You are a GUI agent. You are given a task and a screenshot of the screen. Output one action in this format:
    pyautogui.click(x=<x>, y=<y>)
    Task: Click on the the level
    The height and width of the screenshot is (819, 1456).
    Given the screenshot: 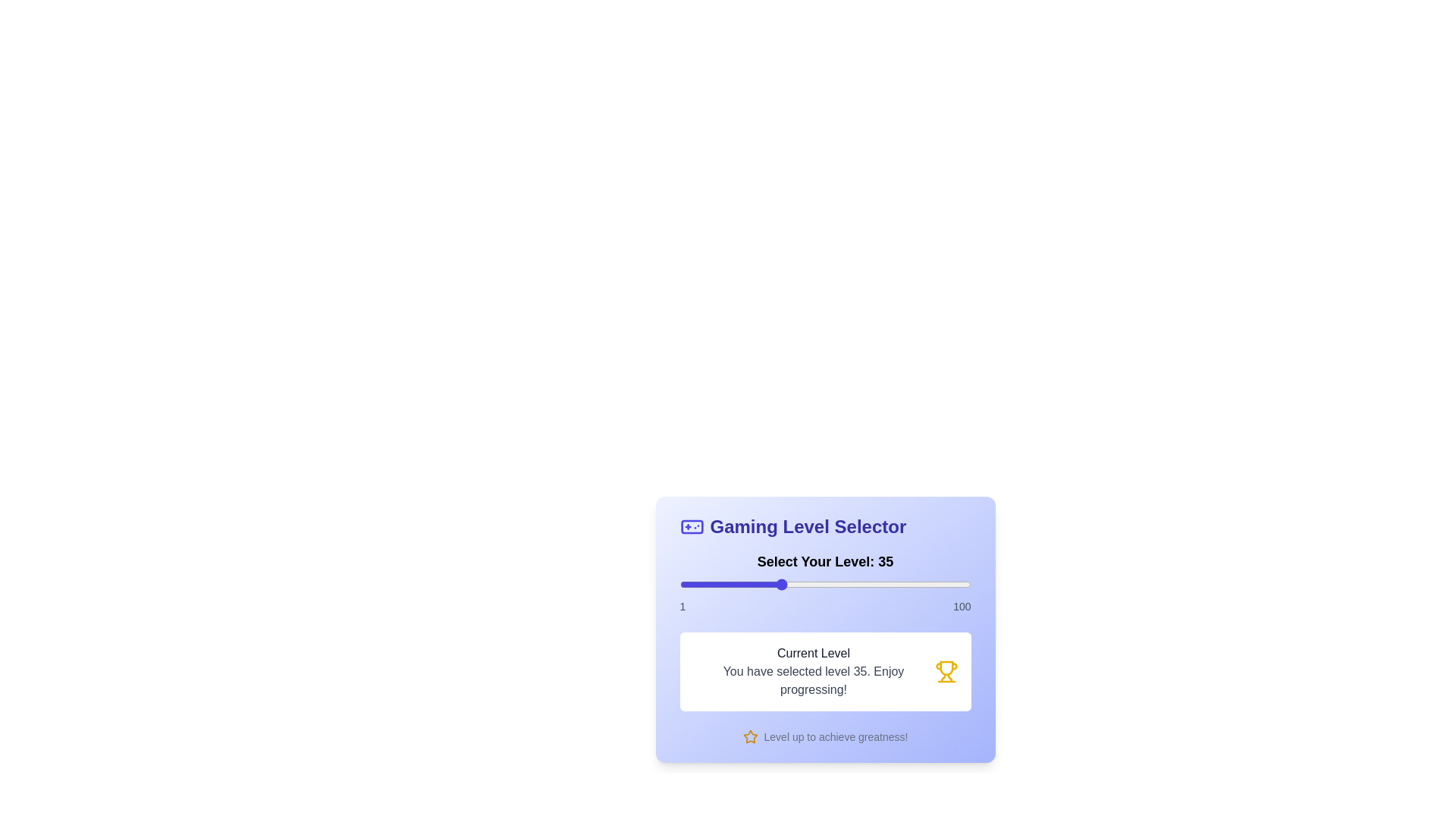 What is the action you would take?
    pyautogui.click(x=820, y=584)
    